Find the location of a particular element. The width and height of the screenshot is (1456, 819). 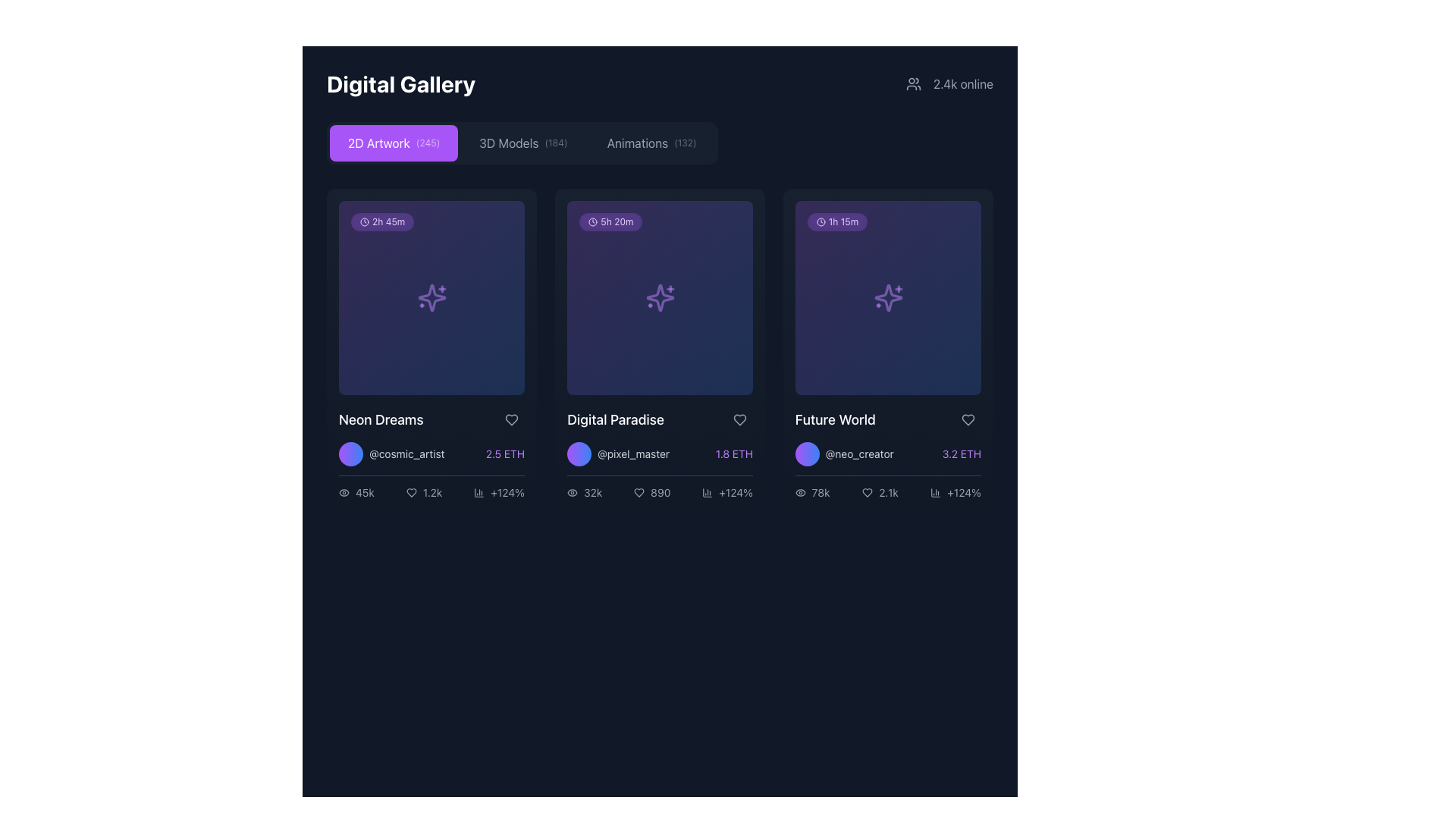

the sparkling purple icon located within the centered square box of the 'Digital Paradise' card in the Digital Gallery interface is located at coordinates (660, 298).